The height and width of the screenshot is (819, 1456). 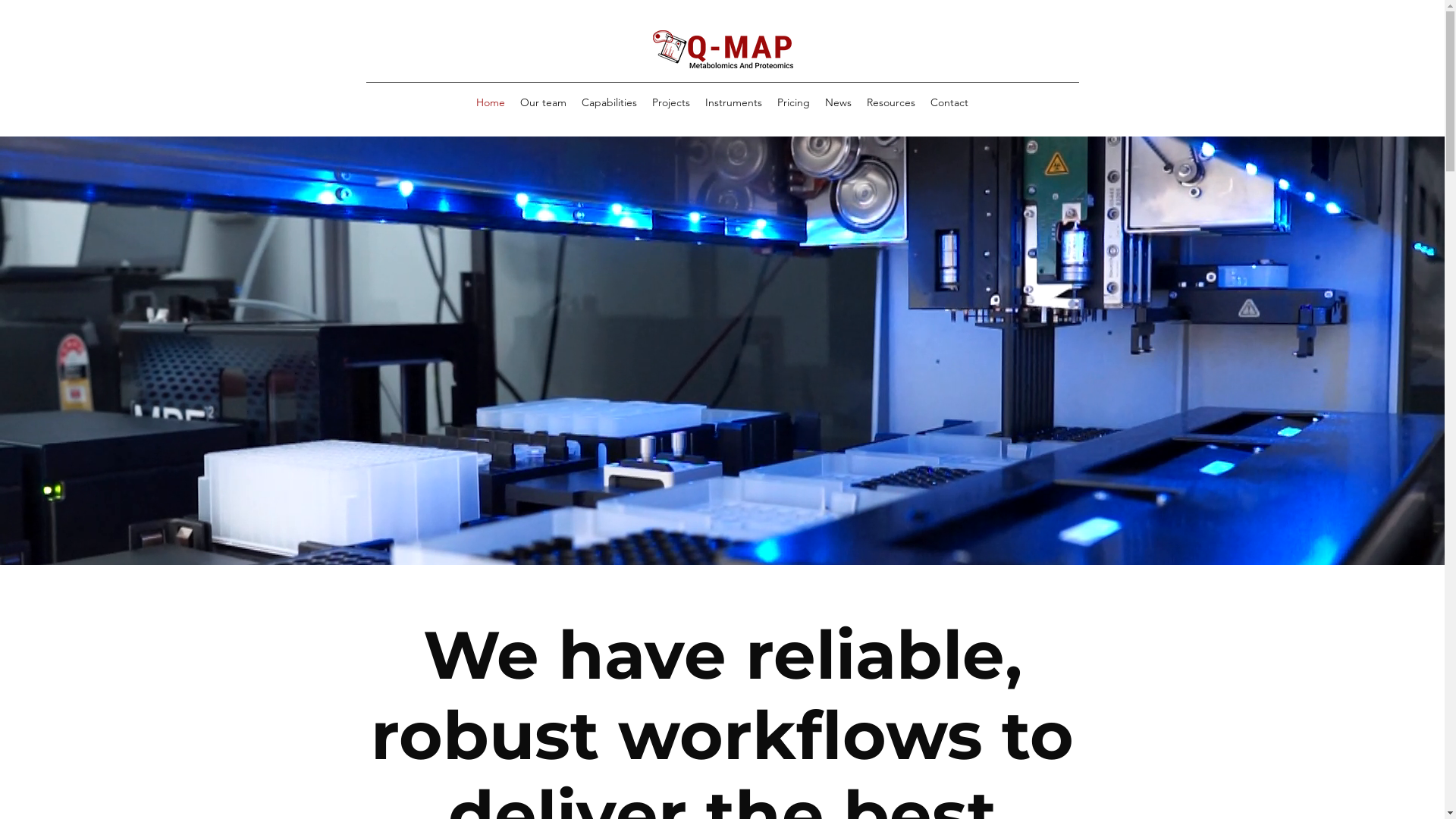 What do you see at coordinates (543, 102) in the screenshot?
I see `'Our team'` at bounding box center [543, 102].